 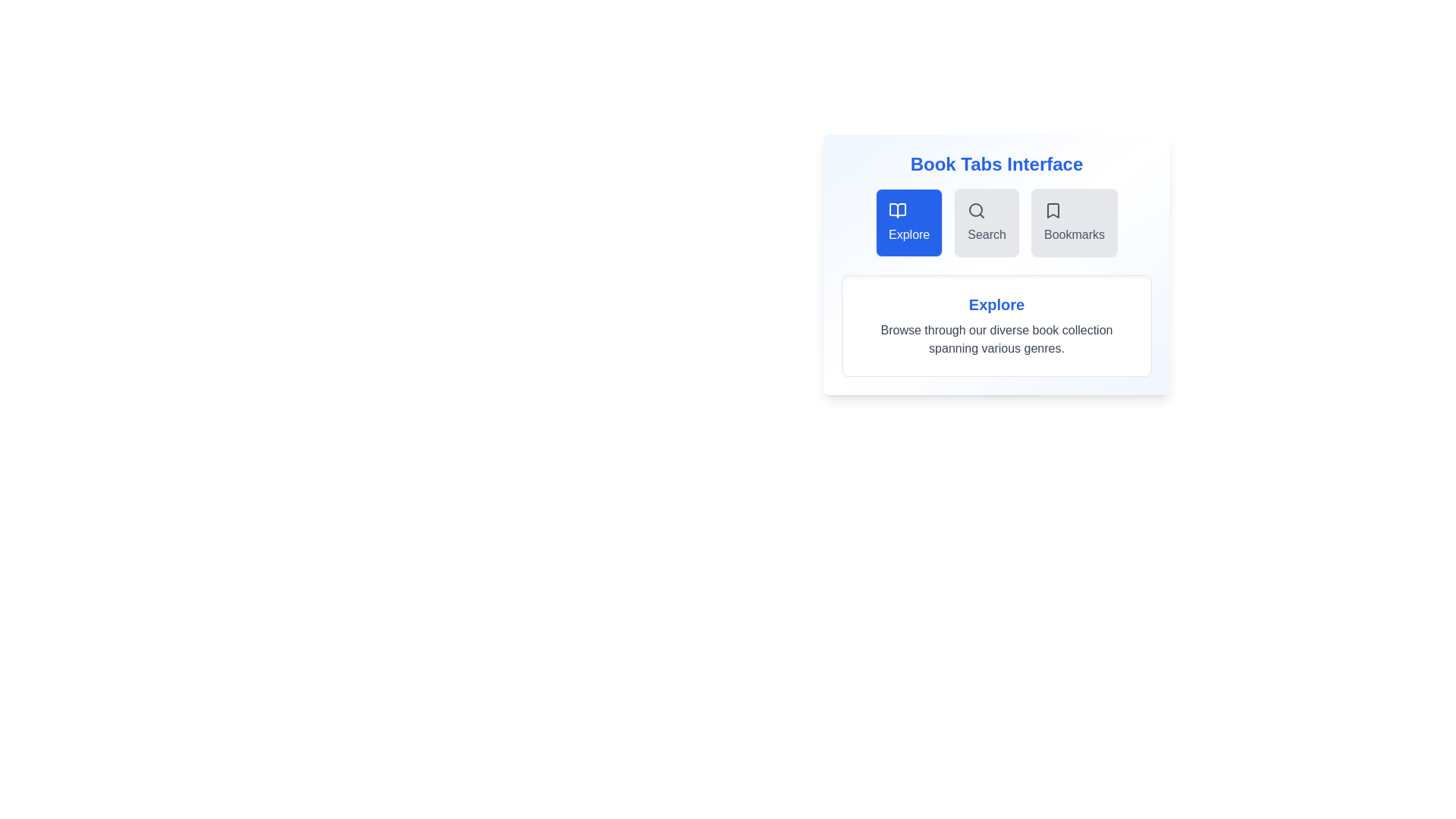 I want to click on the tab labeled Bookmarks, so click(x=1073, y=222).